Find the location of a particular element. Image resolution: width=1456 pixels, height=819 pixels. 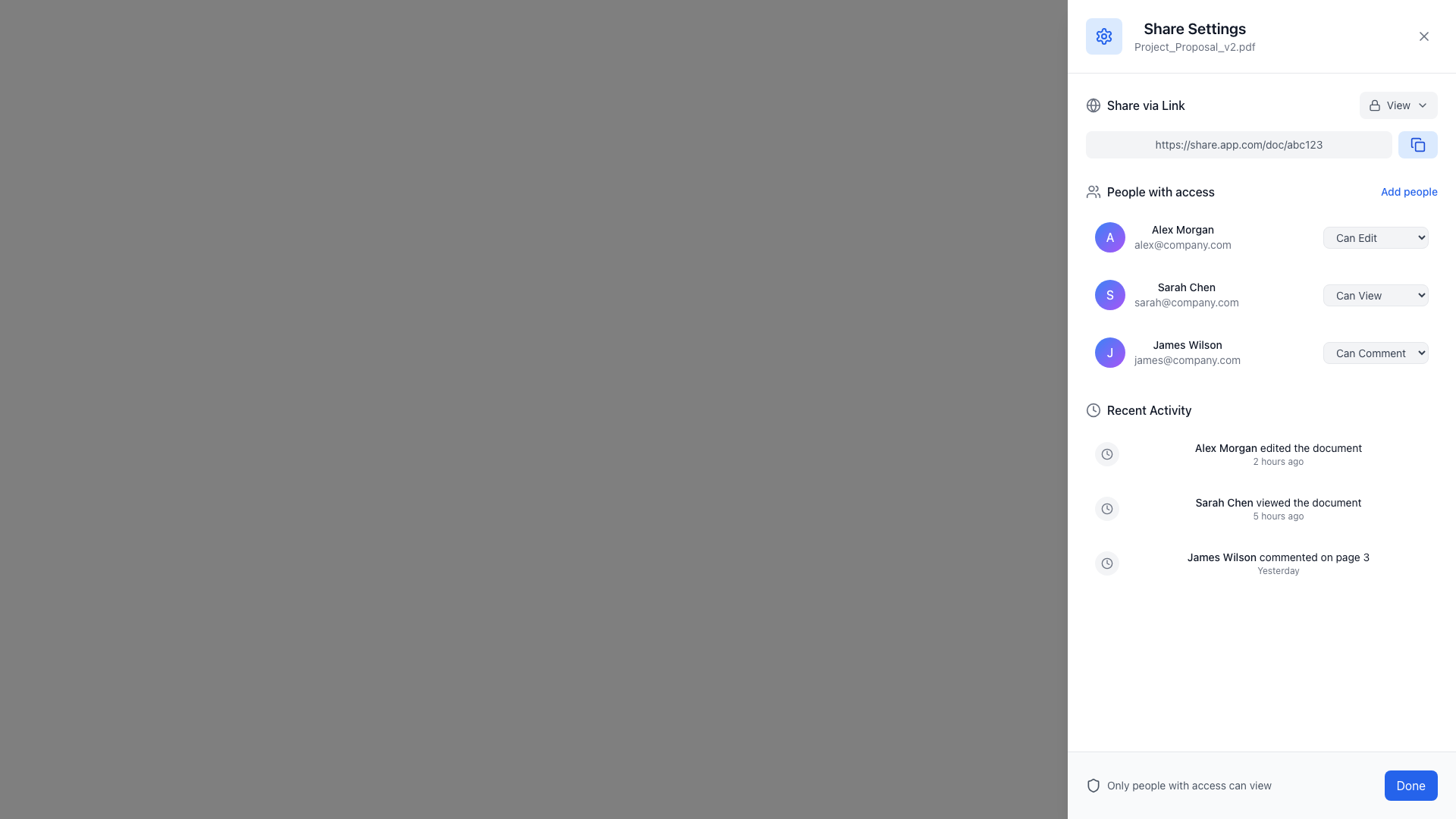

the highlighted list item containing the name 'Sarah Chen', which is the second item in the 'People with access' section is located at coordinates (1262, 295).